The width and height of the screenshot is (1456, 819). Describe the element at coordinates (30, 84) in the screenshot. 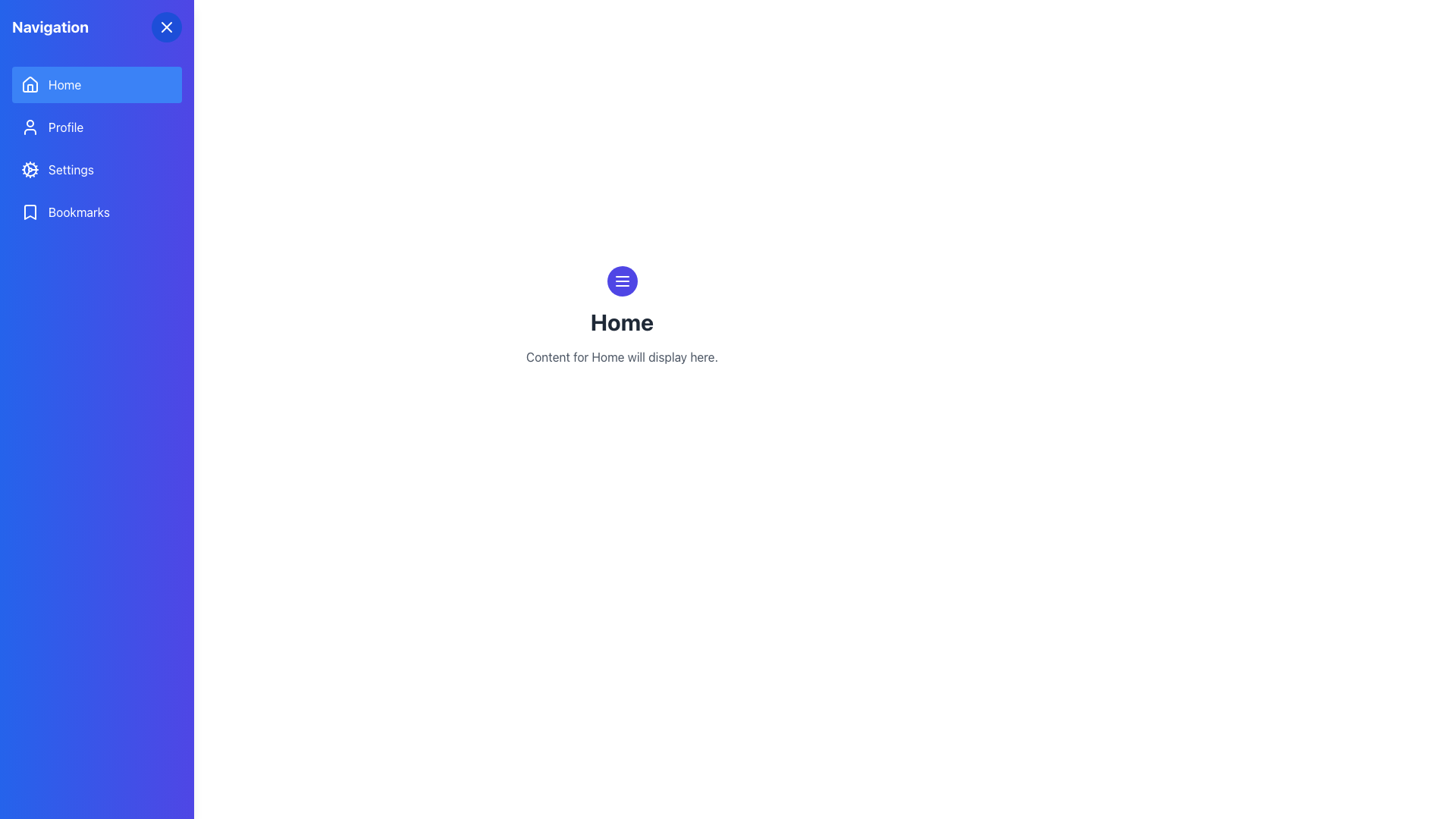

I see `'Home' icon in the navigation menu, which is located at the leftmost position preceding the 'Home' text label` at that location.